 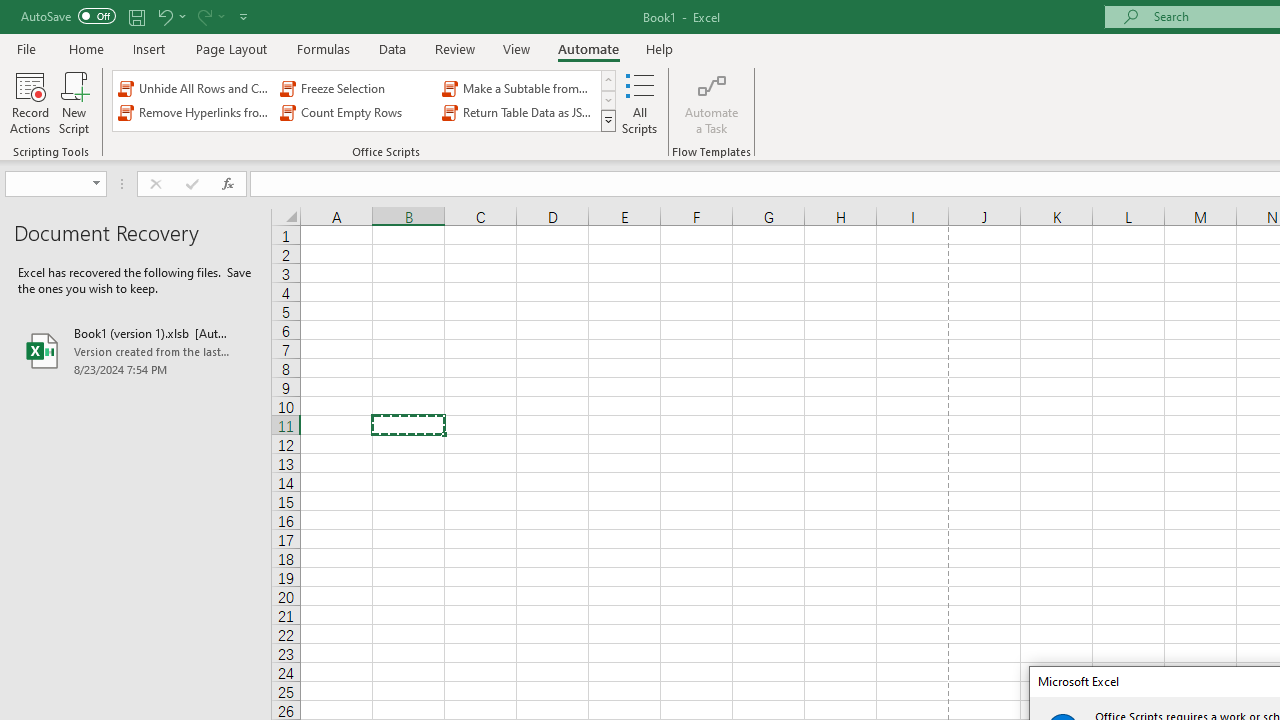 I want to click on 'Automate', so click(x=587, y=48).